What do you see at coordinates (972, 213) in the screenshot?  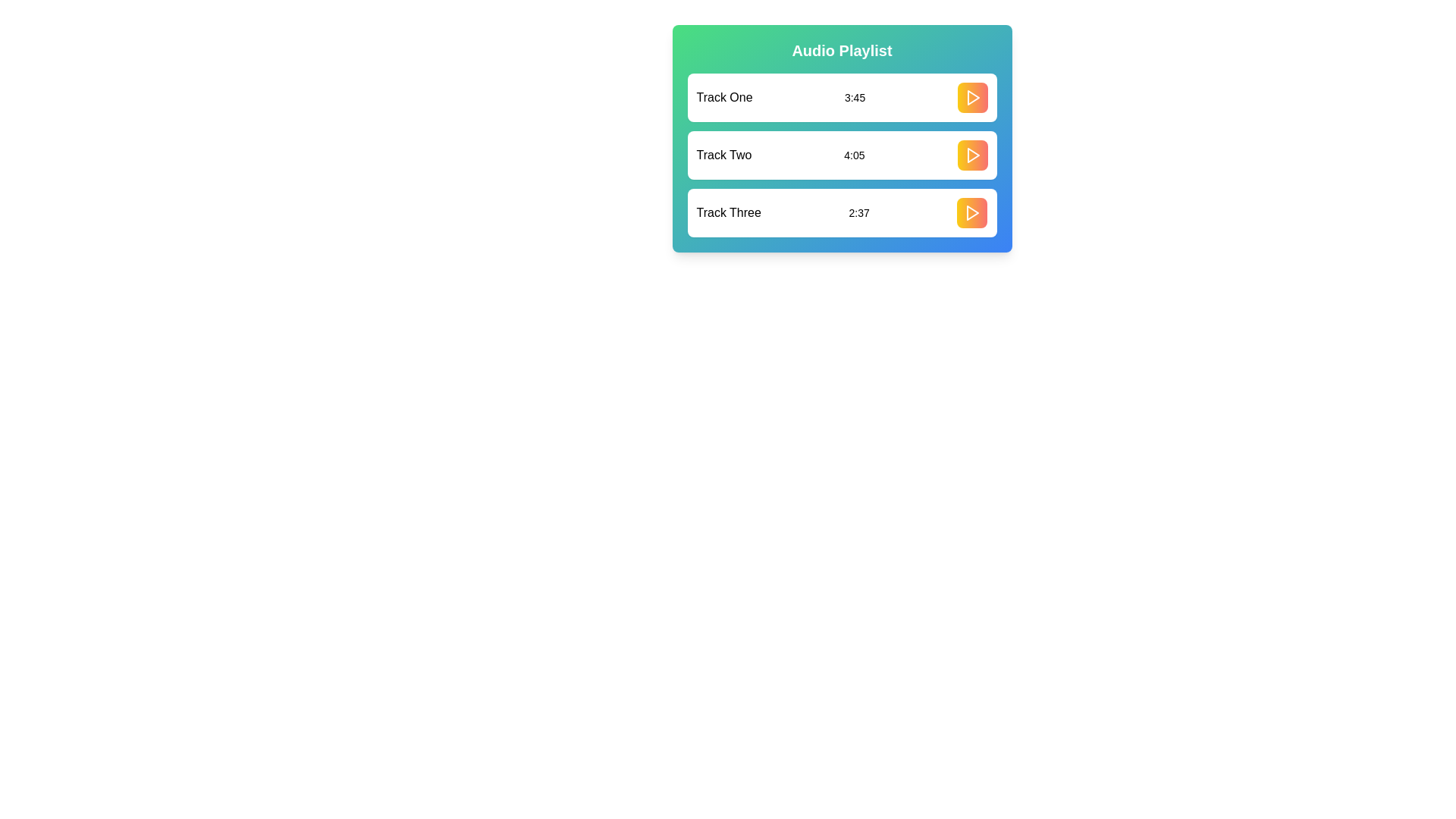 I see `the third play button located` at bounding box center [972, 213].